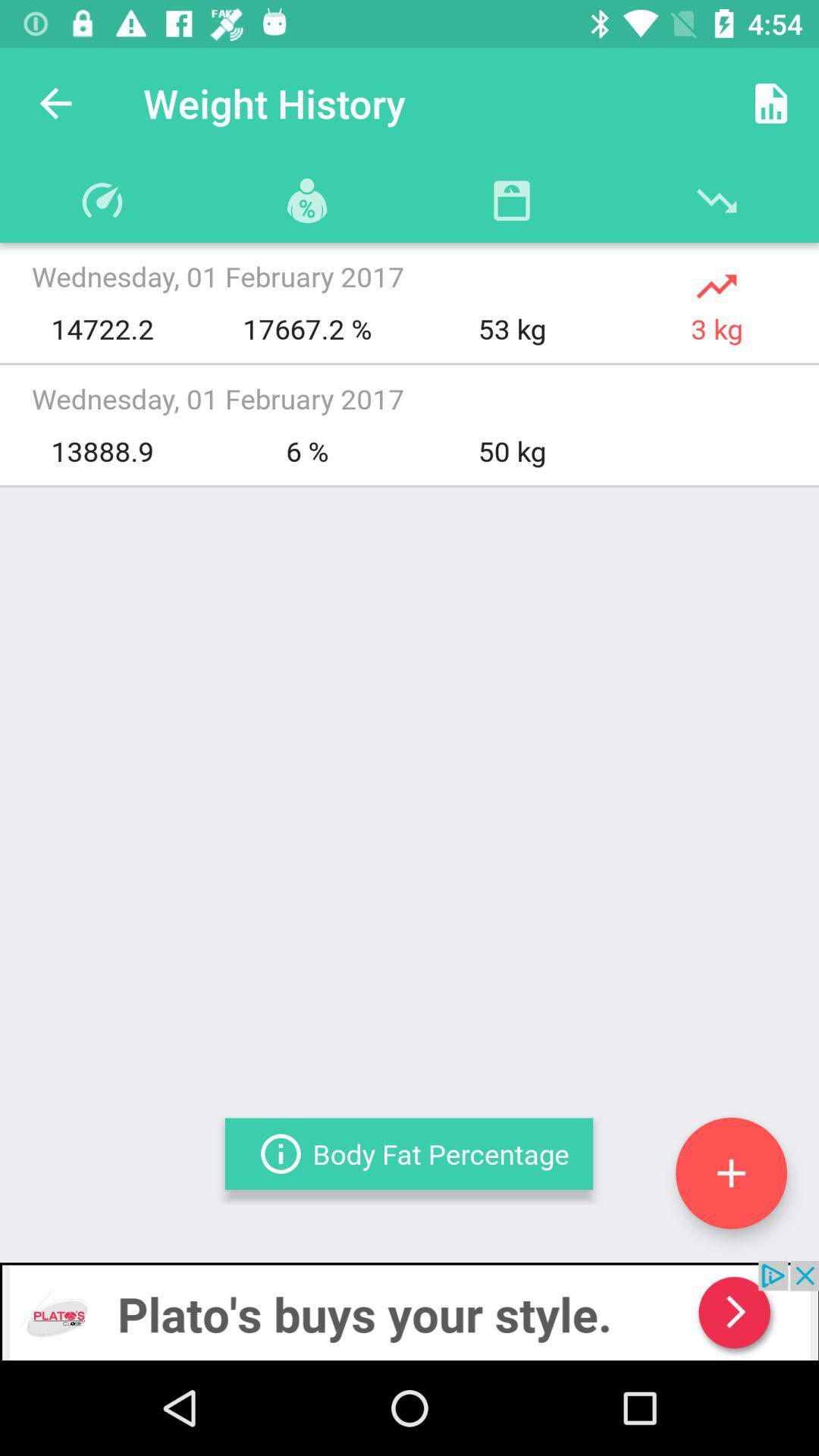 The width and height of the screenshot is (819, 1456). Describe the element at coordinates (730, 1172) in the screenshot. I see `new add box` at that location.